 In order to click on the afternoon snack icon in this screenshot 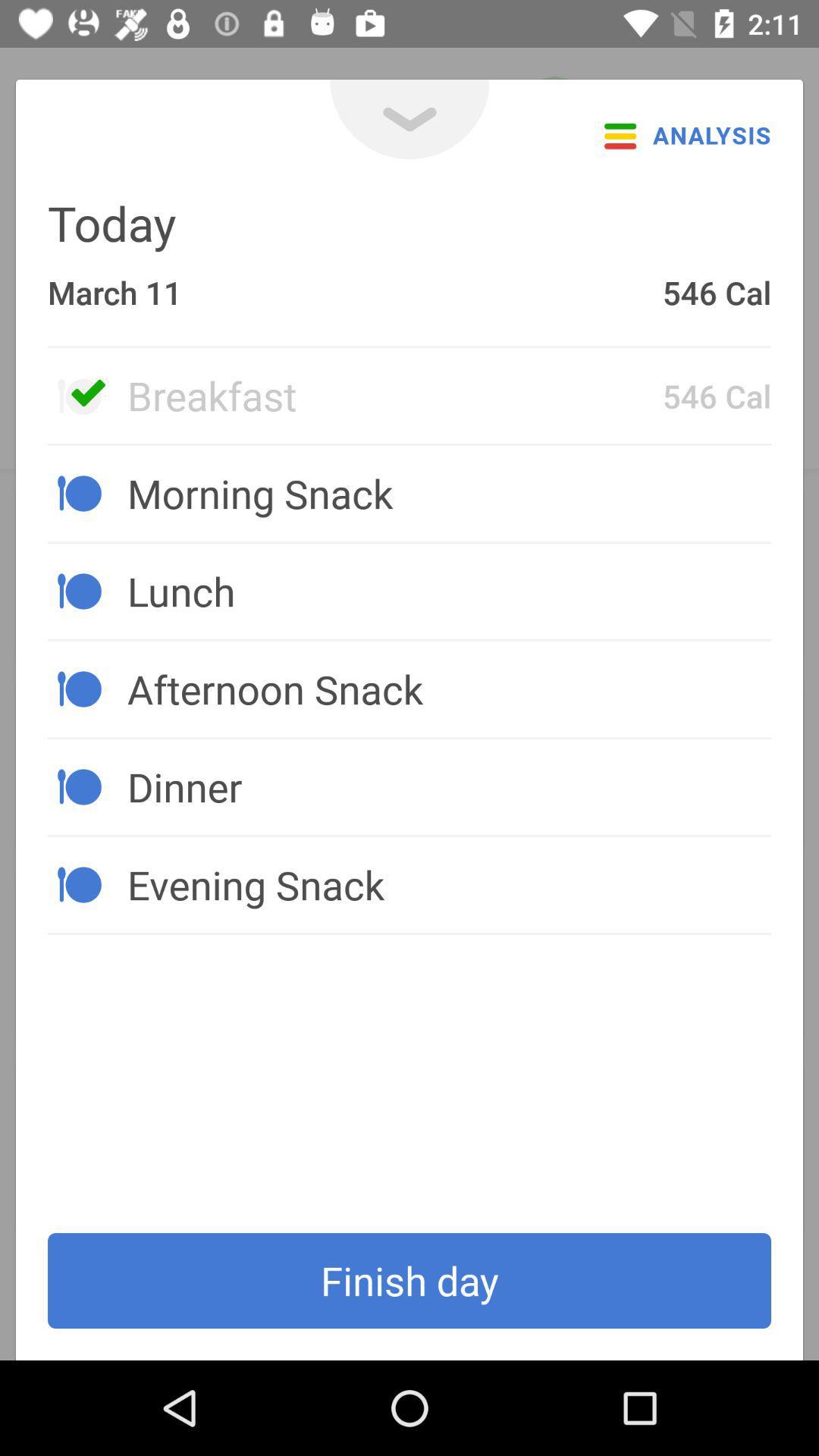, I will do `click(448, 688)`.